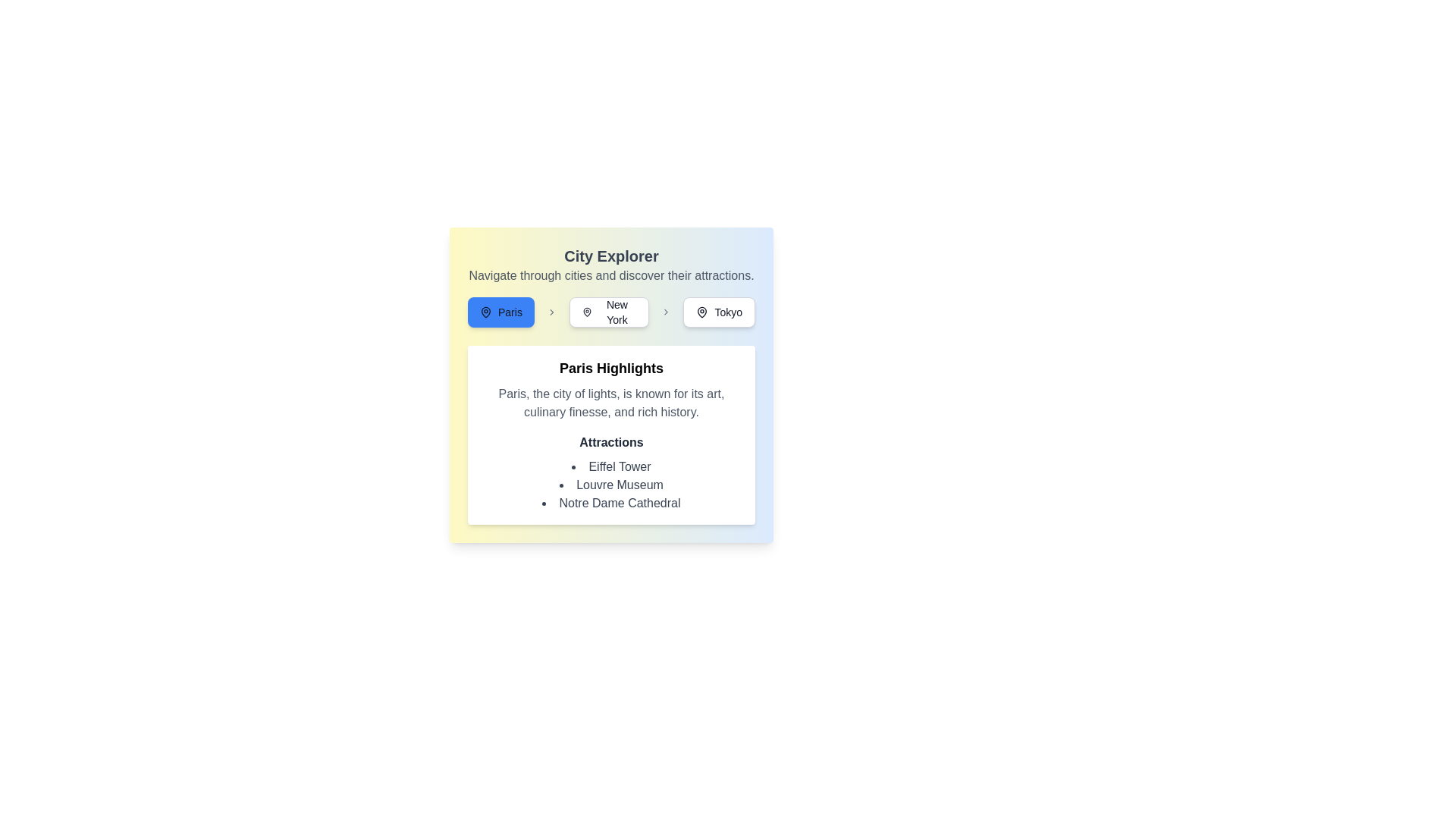 Image resolution: width=1456 pixels, height=819 pixels. What do you see at coordinates (551, 312) in the screenshot?
I see `the Chevron Icon located between the 'Paris' and 'New York' city buttons` at bounding box center [551, 312].